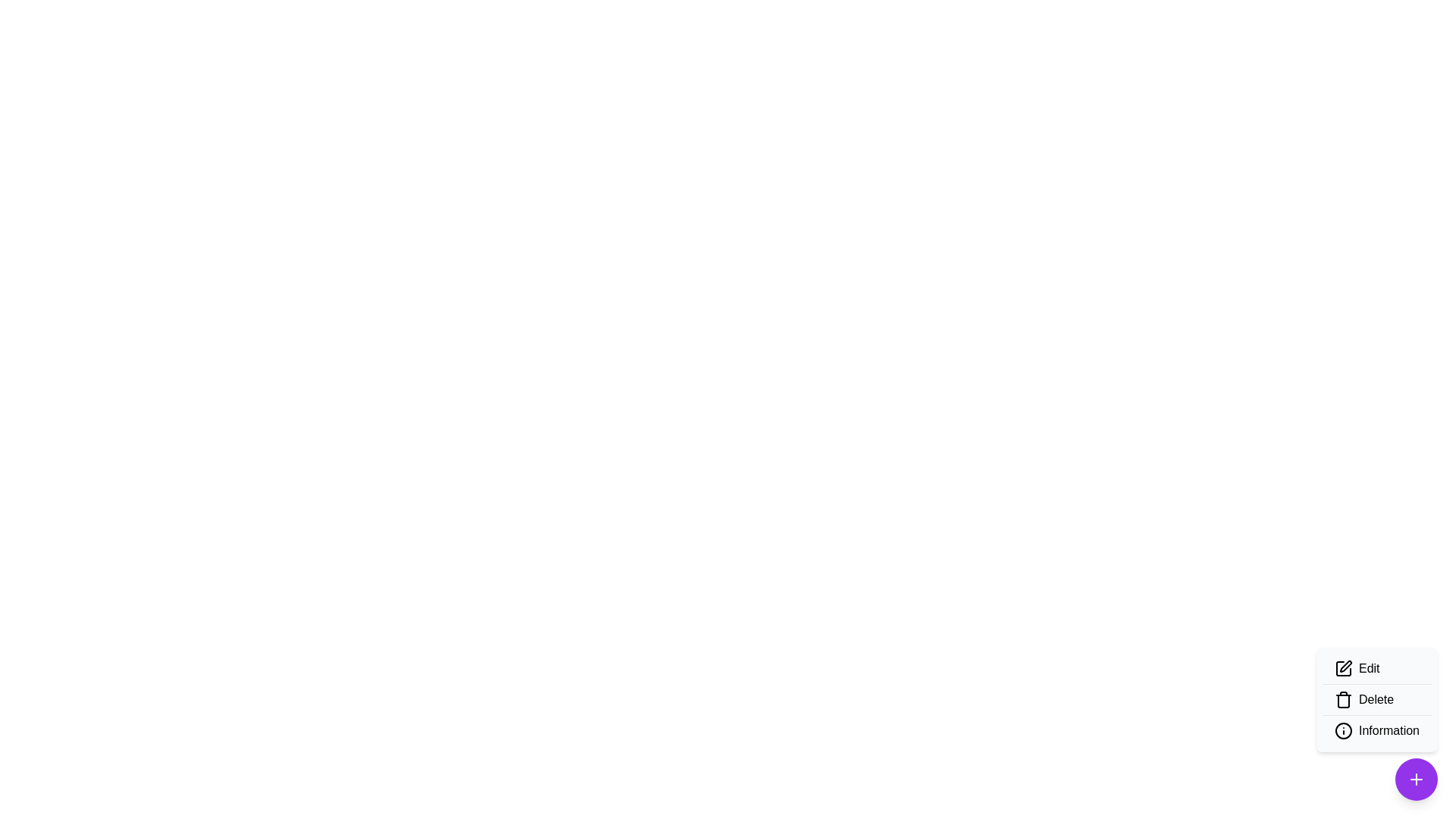 The image size is (1456, 819). I want to click on the 'Edit' icon located at the top of the floating menu, so click(1346, 666).